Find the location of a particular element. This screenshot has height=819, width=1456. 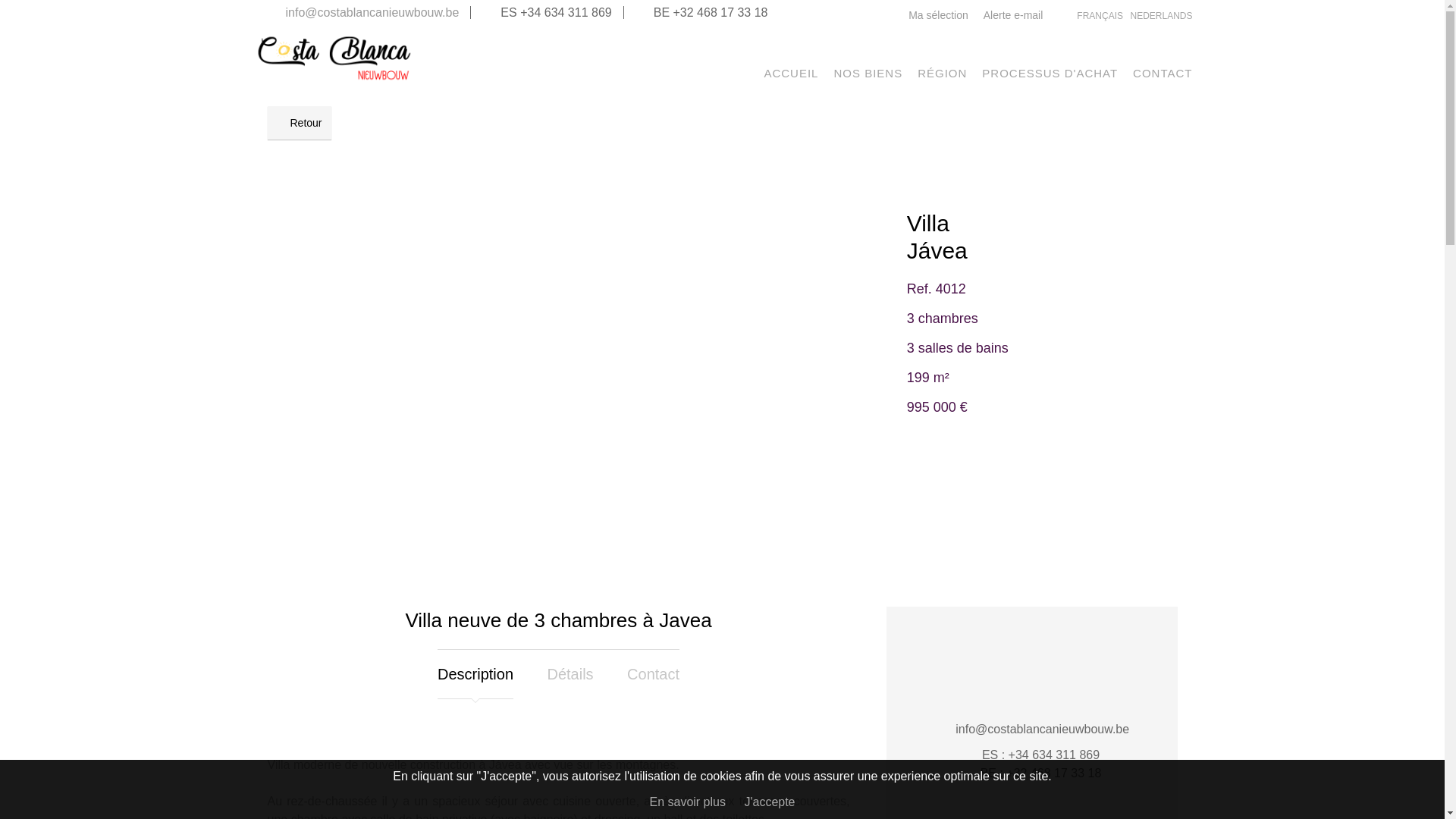

'NEDERLANDS' is located at coordinates (1160, 15).